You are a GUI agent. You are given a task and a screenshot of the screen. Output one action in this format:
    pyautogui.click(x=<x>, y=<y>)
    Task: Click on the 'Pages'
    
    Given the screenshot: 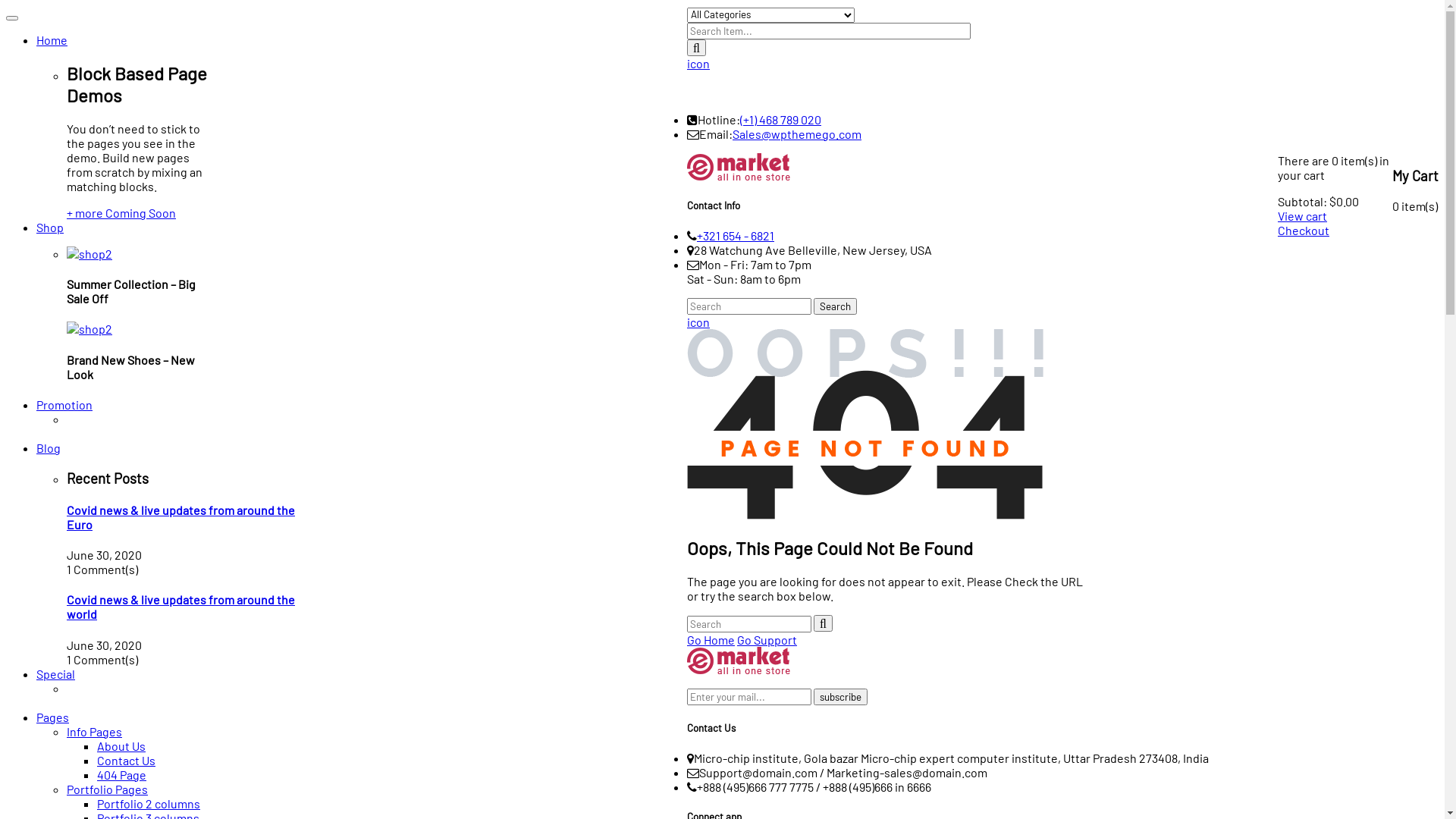 What is the action you would take?
    pyautogui.click(x=52, y=717)
    